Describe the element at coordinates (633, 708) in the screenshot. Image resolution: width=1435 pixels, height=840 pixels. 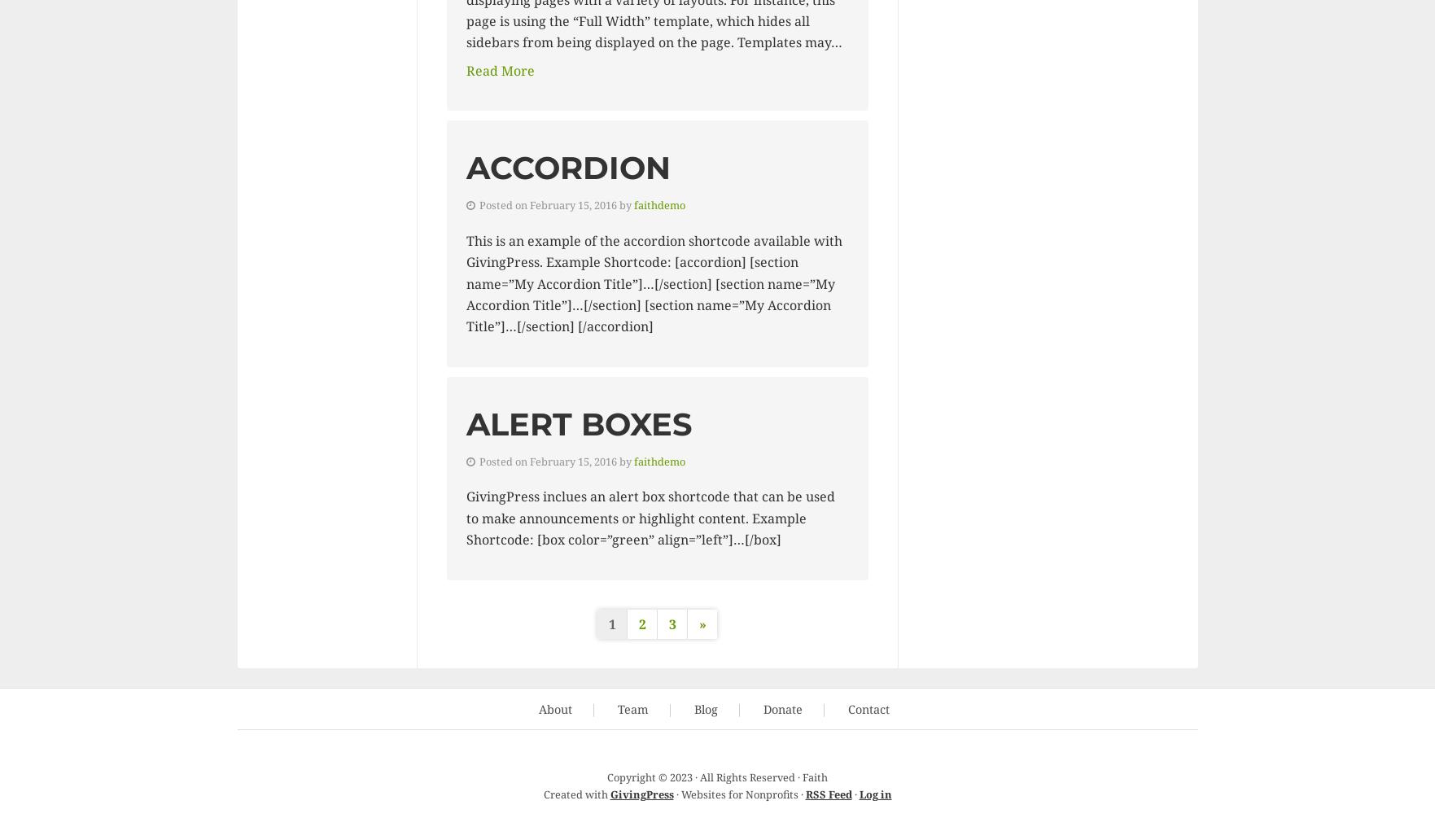
I see `'Team'` at that location.